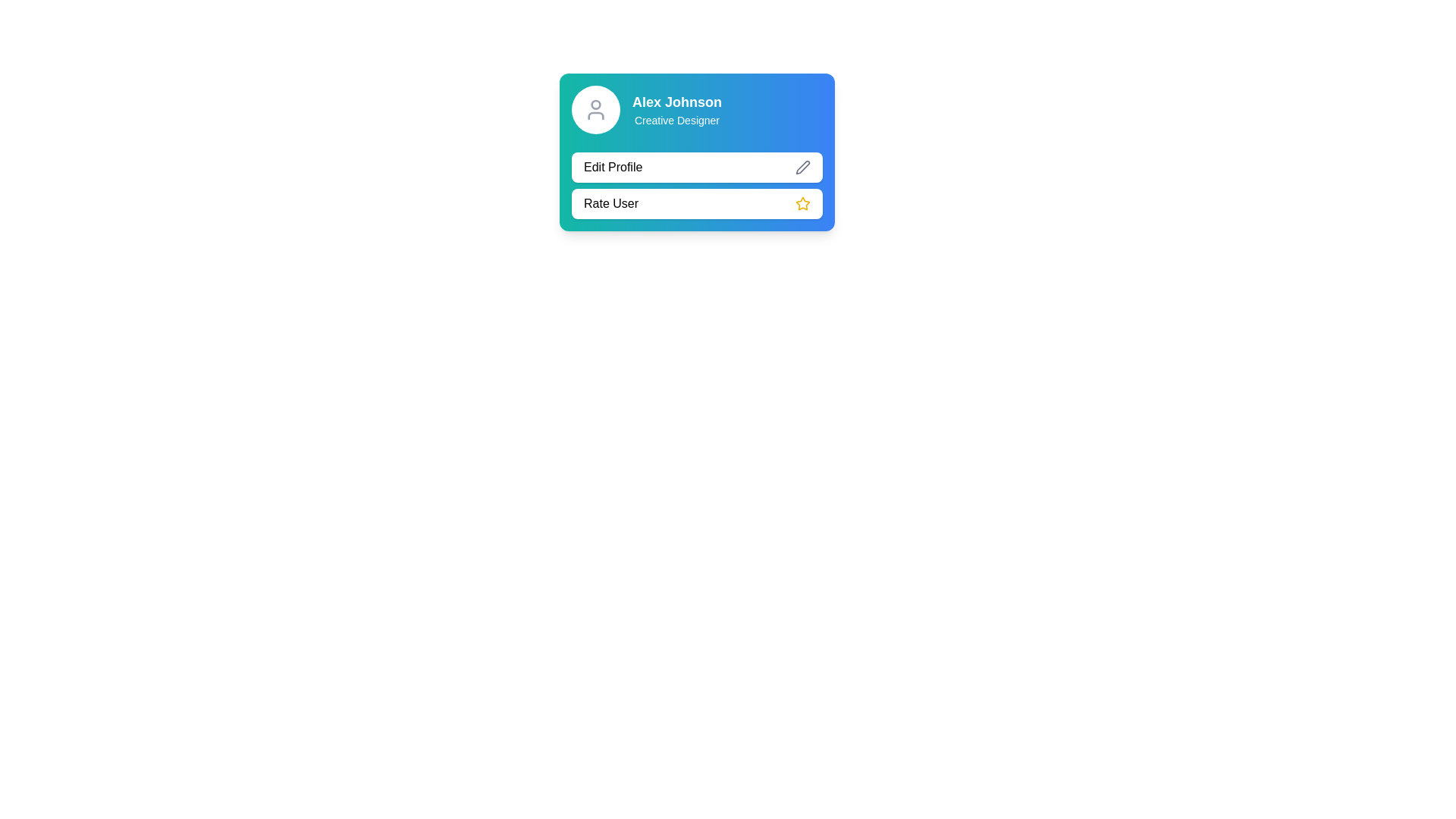  Describe the element at coordinates (676, 102) in the screenshot. I see `the text label displaying 'Alex Johnson' in bold, white font against a gradient blue-green background, located near the upper portion of a rectangular card interface` at that location.